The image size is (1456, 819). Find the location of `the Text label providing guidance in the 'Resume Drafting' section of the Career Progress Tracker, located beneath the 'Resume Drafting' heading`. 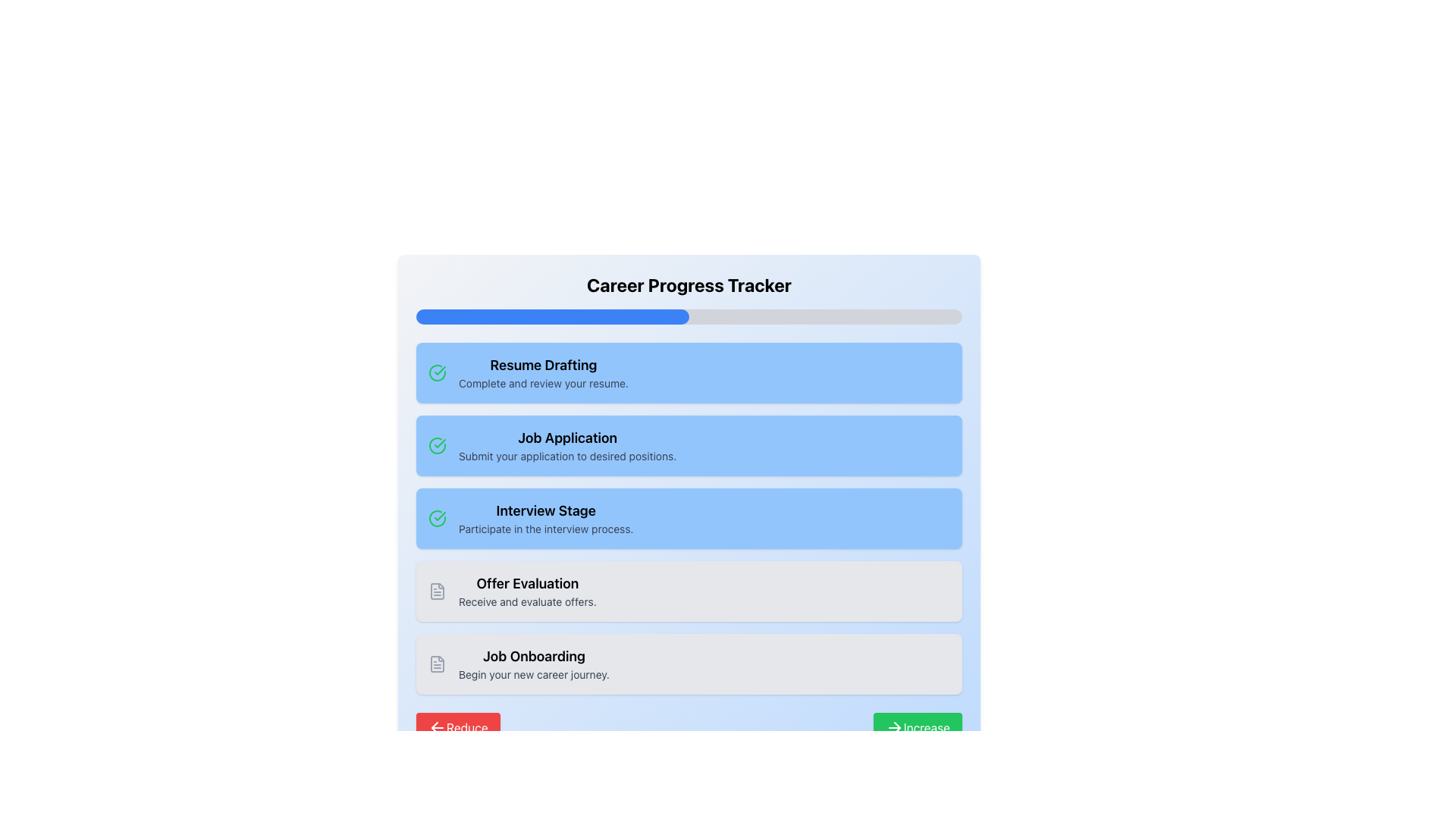

the Text label providing guidance in the 'Resume Drafting' section of the Career Progress Tracker, located beneath the 'Resume Drafting' heading is located at coordinates (543, 382).